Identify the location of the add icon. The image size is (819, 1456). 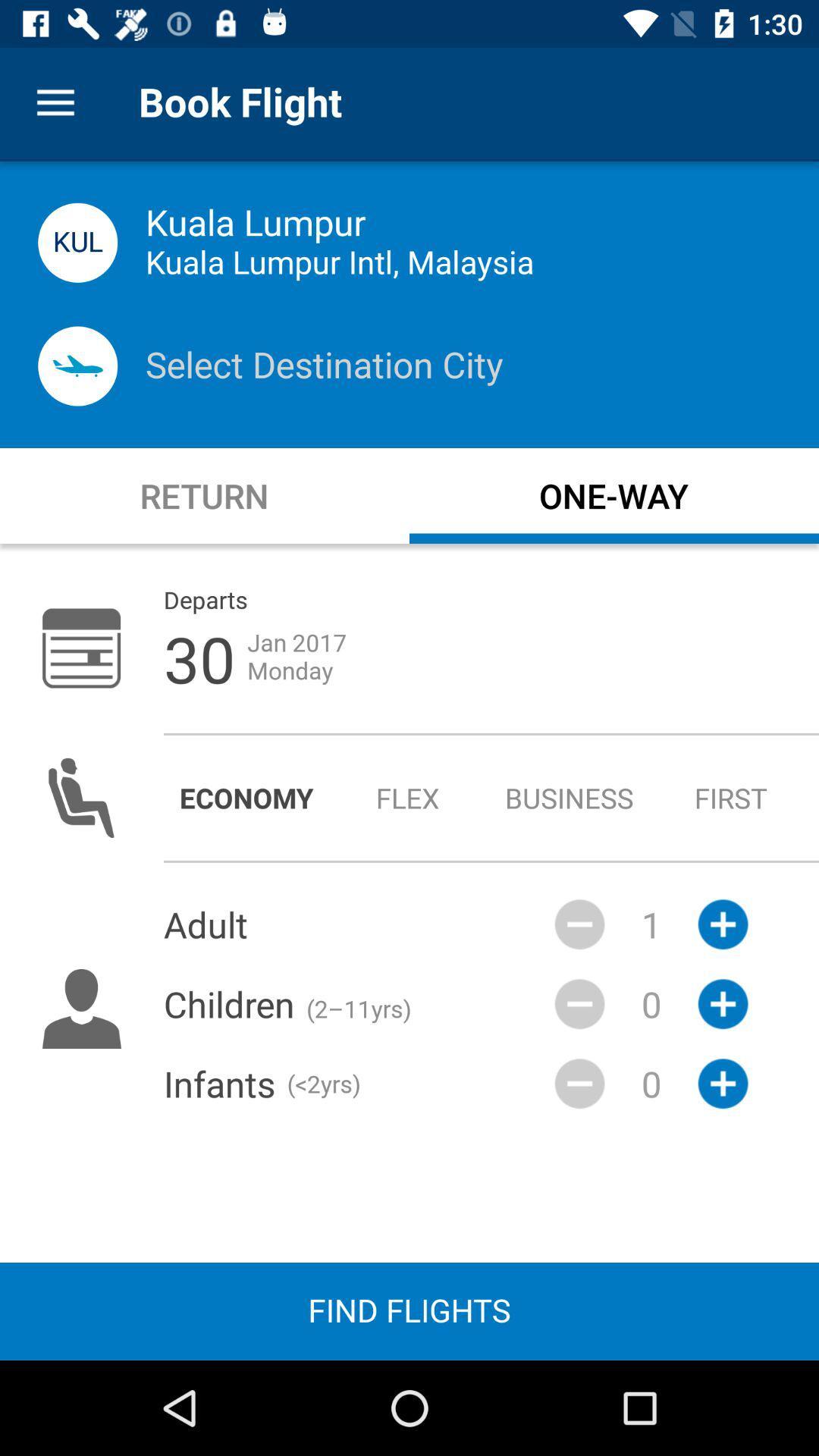
(722, 924).